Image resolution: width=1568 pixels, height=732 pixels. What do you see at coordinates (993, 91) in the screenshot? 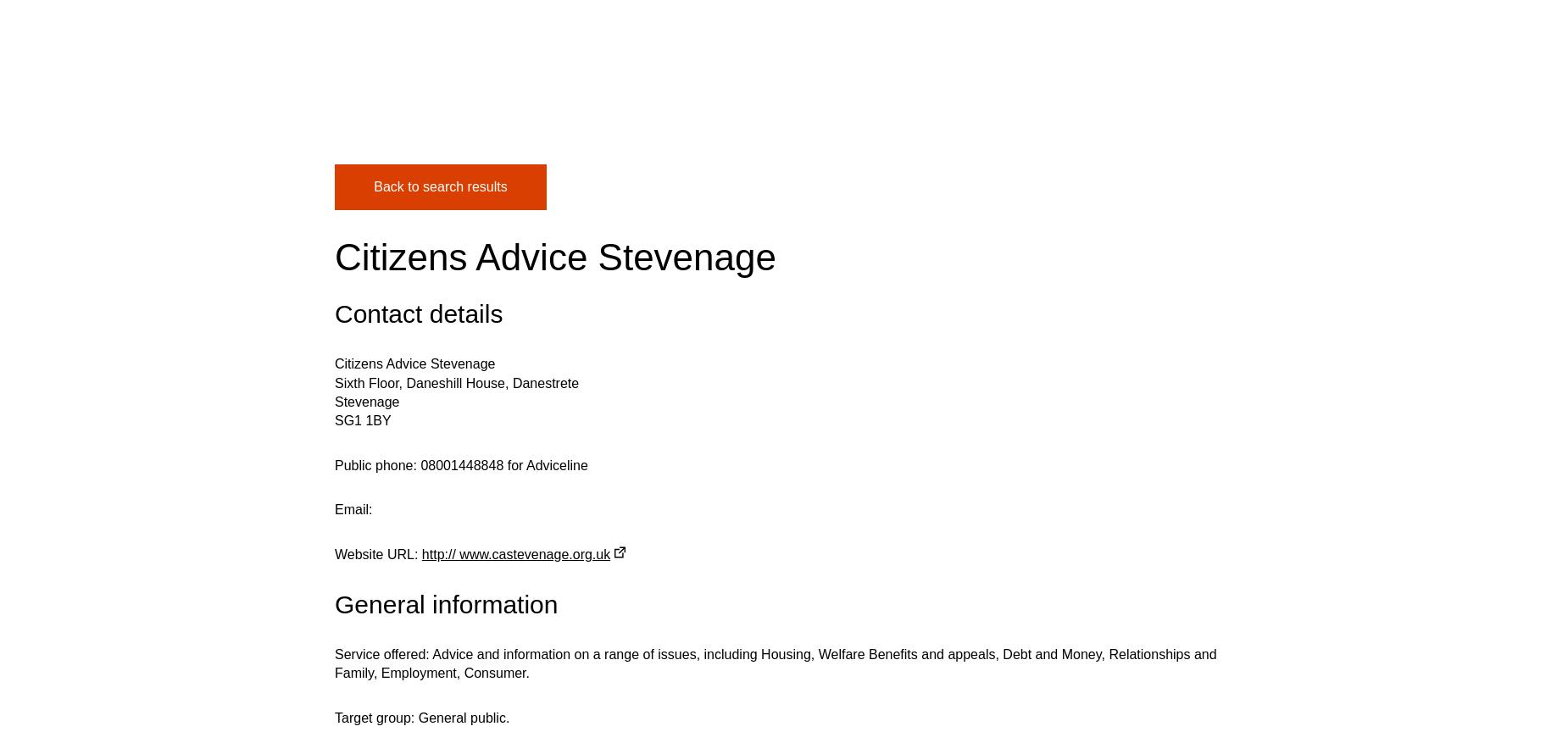
I see `'Services for'` at bounding box center [993, 91].